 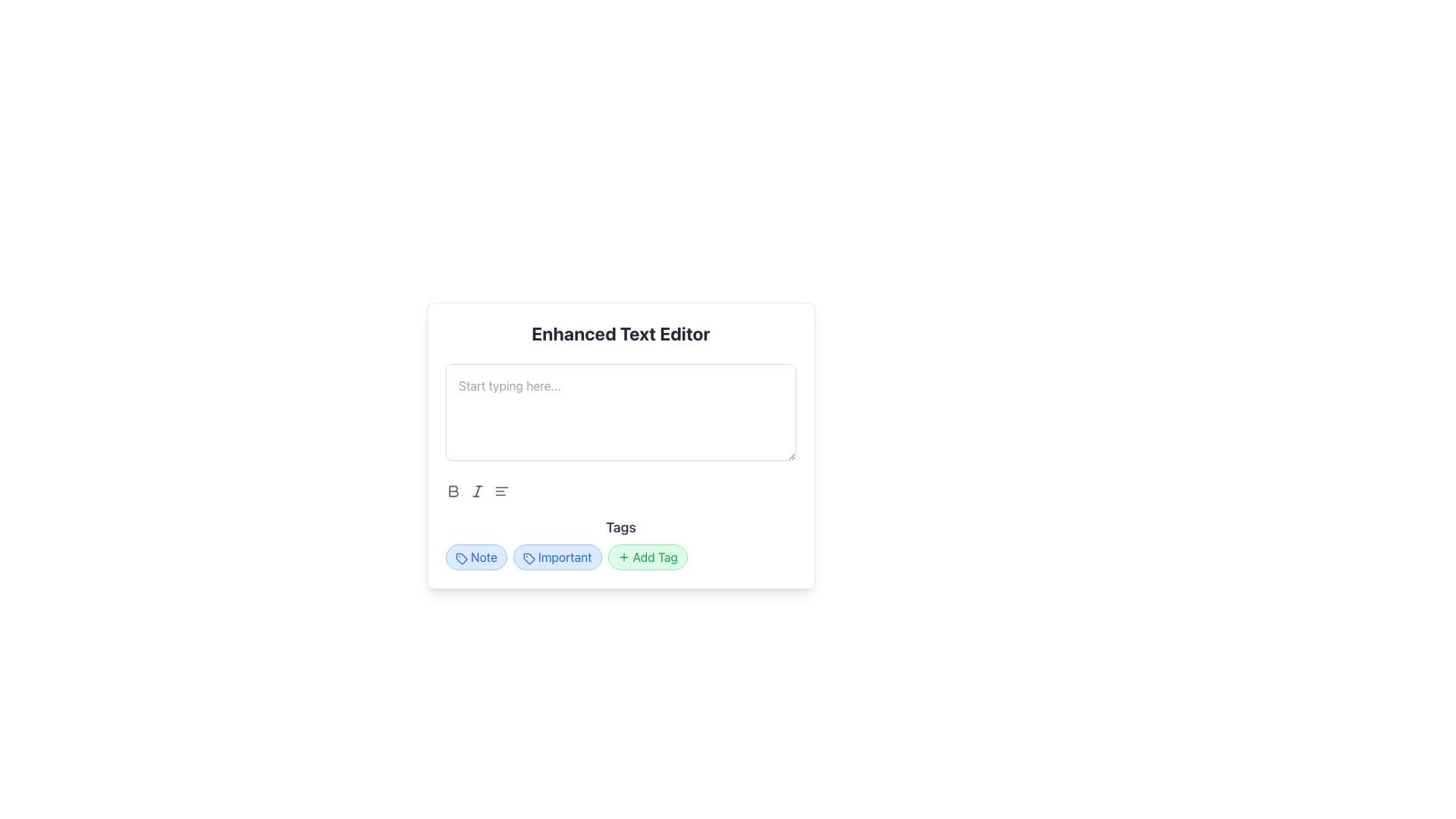 I want to click on the decorative 'Note' tag icon located within the leftmost button of the horizontal button series under the 'Tags' heading, so click(x=461, y=558).